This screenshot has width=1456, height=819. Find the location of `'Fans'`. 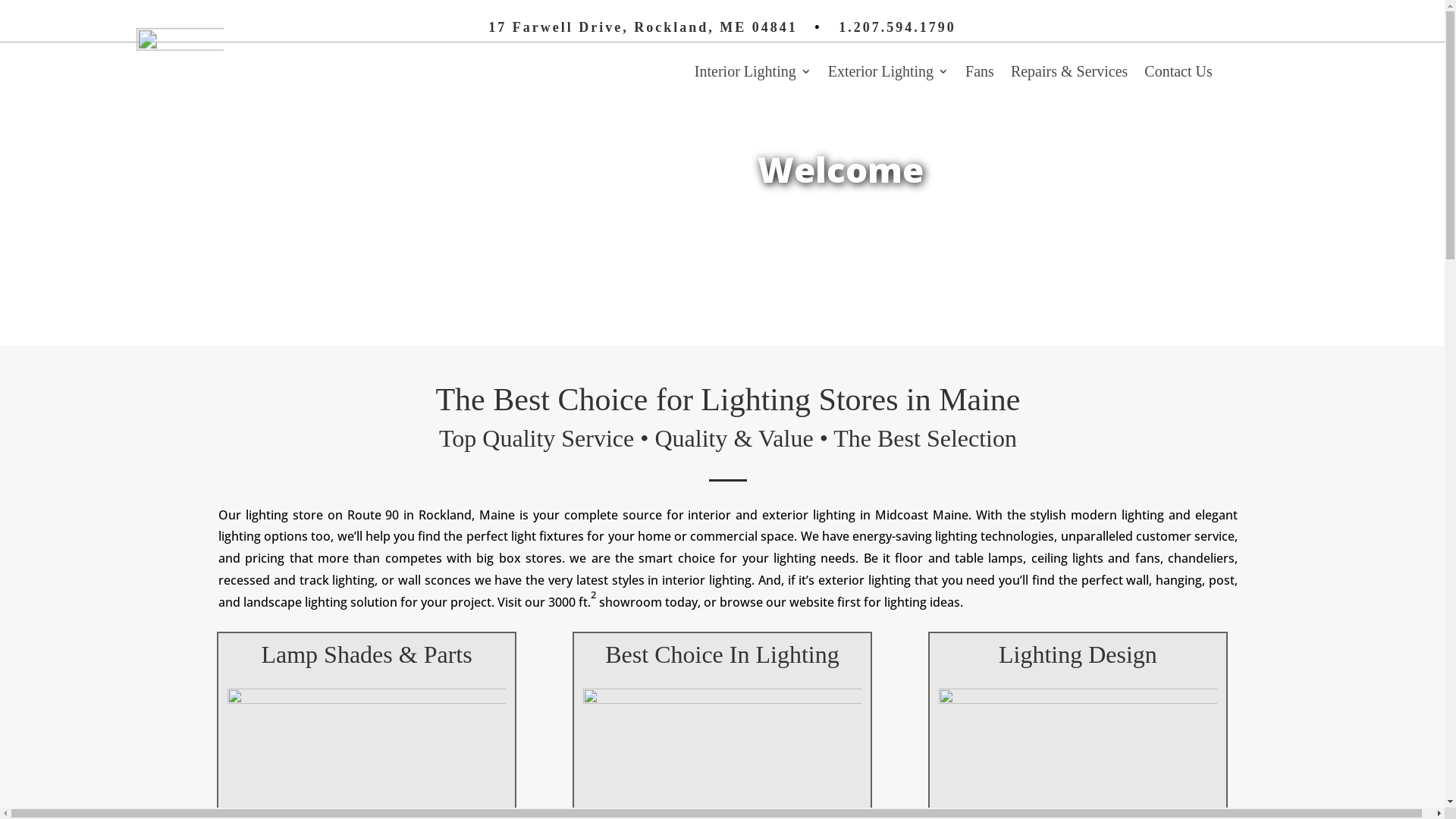

'Fans' is located at coordinates (964, 74).